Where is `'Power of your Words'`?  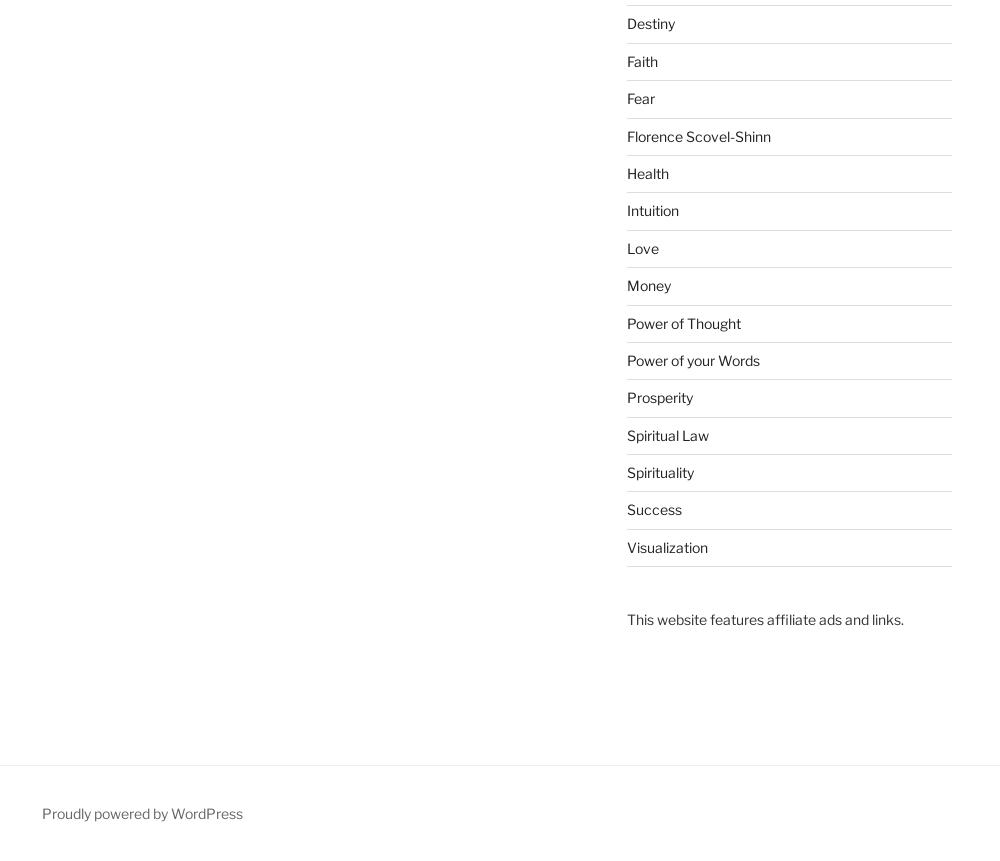 'Power of your Words' is located at coordinates (691, 358).